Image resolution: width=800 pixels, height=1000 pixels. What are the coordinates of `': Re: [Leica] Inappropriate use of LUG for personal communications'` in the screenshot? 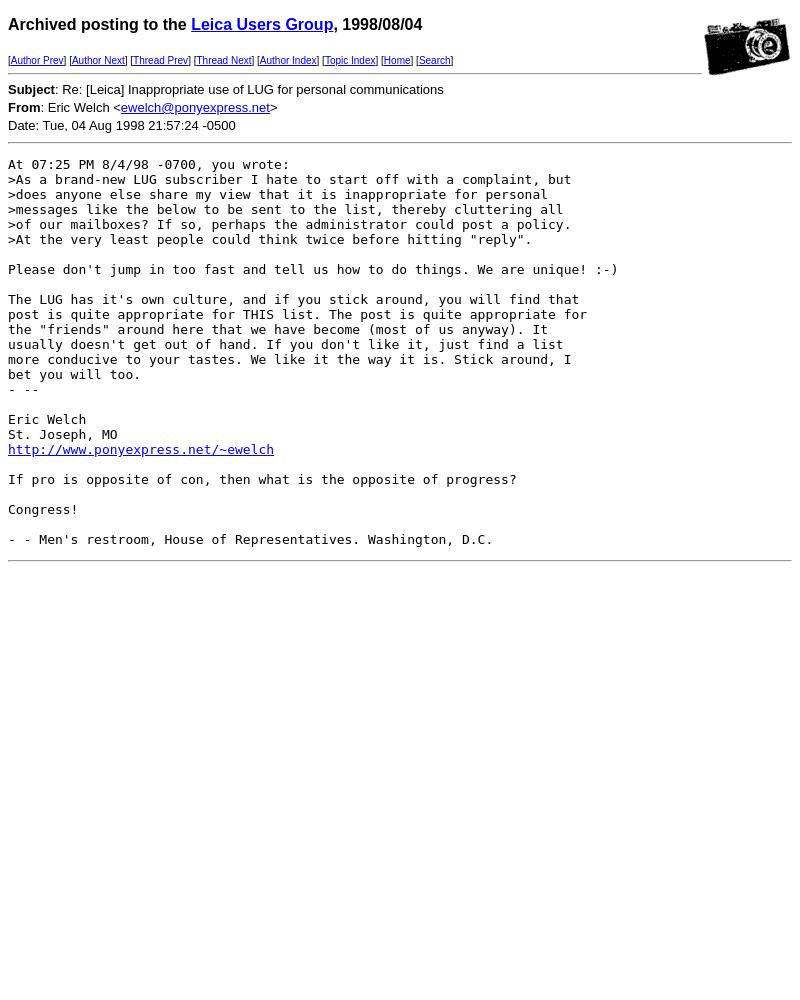 It's located at (247, 88).